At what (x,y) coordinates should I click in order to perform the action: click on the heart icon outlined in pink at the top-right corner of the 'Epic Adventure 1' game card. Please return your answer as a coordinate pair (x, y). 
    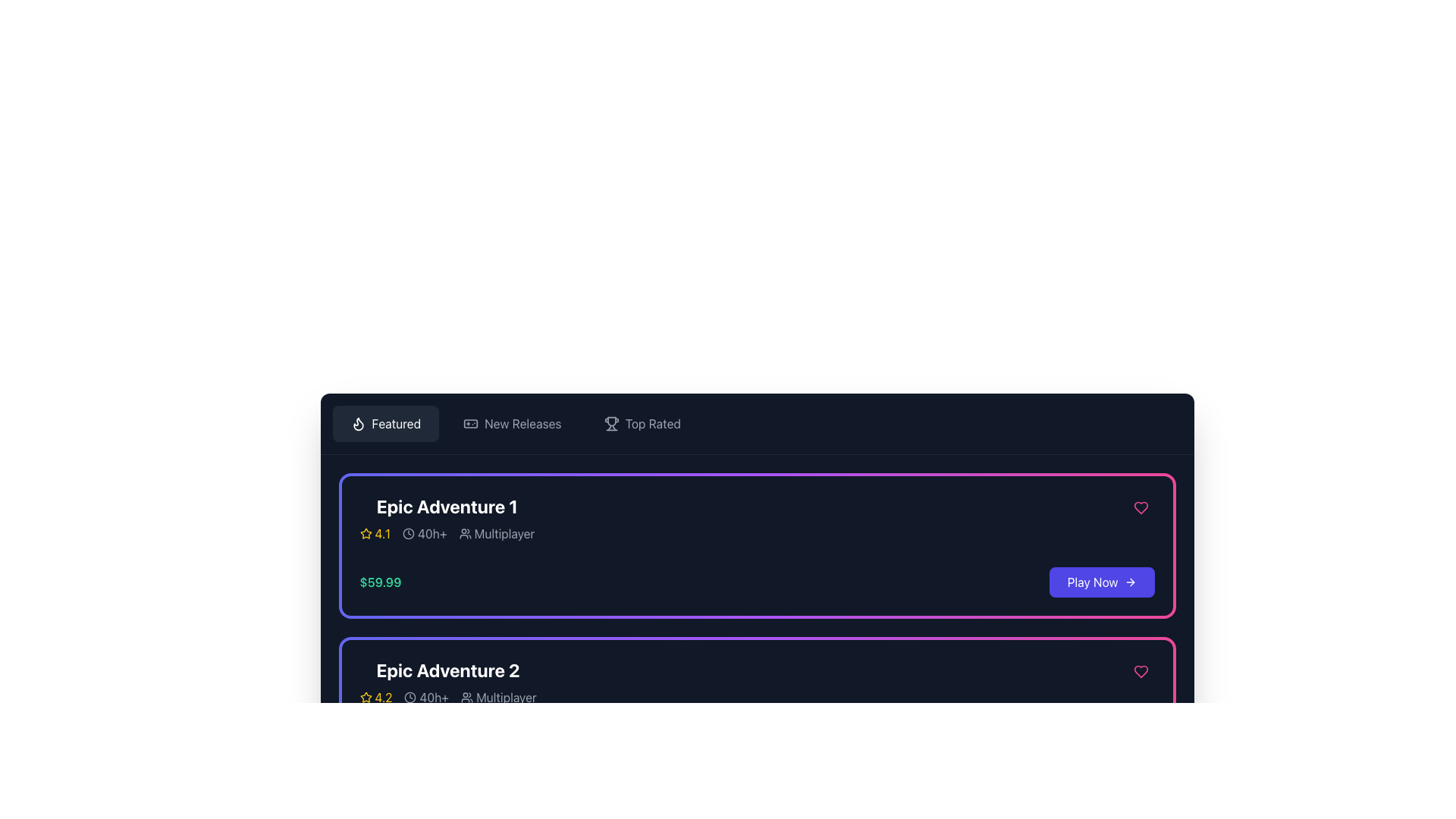
    Looking at the image, I should click on (1141, 508).